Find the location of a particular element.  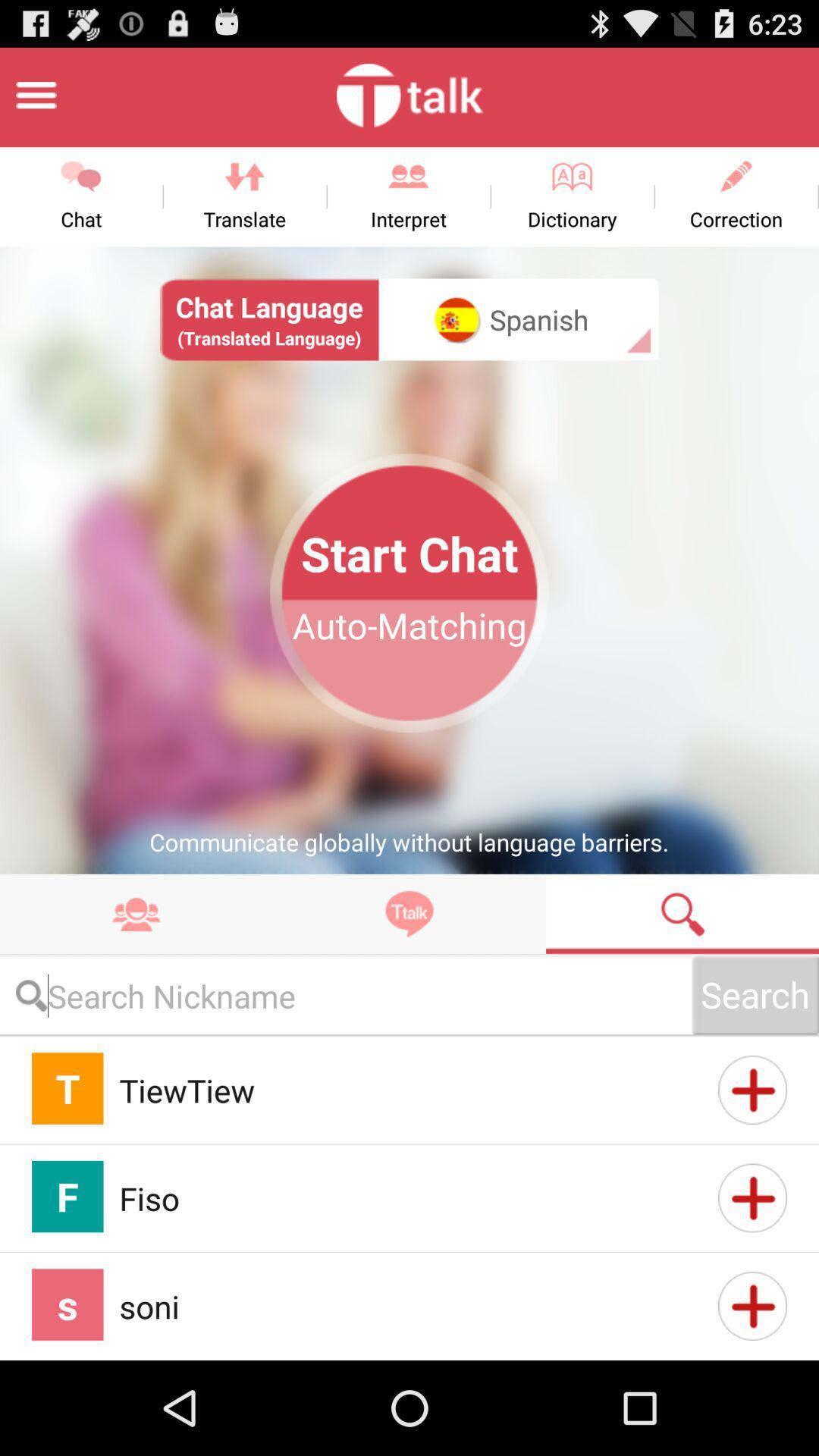

click the contact list is located at coordinates (136, 913).